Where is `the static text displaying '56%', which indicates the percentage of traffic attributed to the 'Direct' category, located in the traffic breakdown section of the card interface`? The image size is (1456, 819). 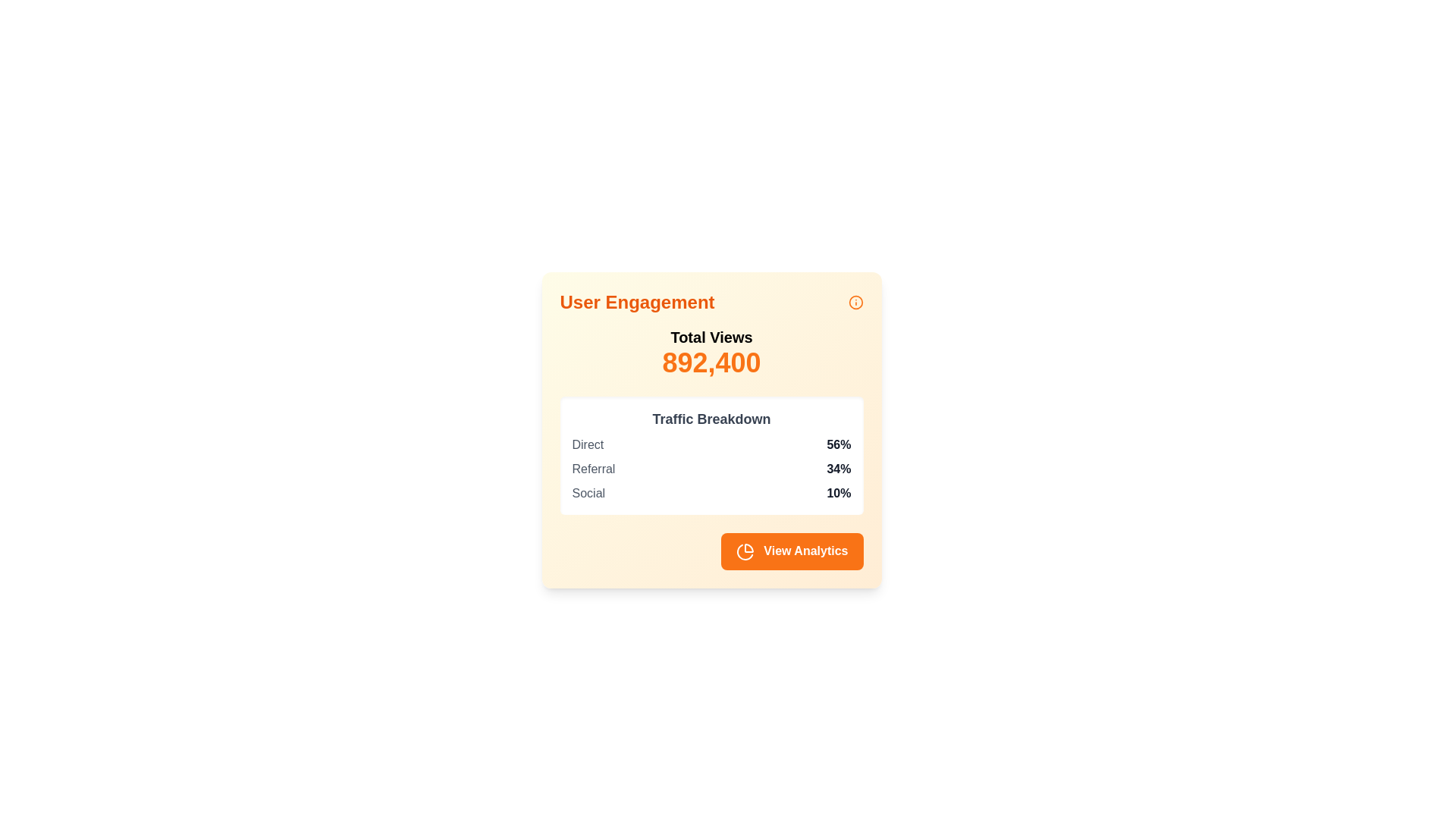 the static text displaying '56%', which indicates the percentage of traffic attributed to the 'Direct' category, located in the traffic breakdown section of the card interface is located at coordinates (838, 444).